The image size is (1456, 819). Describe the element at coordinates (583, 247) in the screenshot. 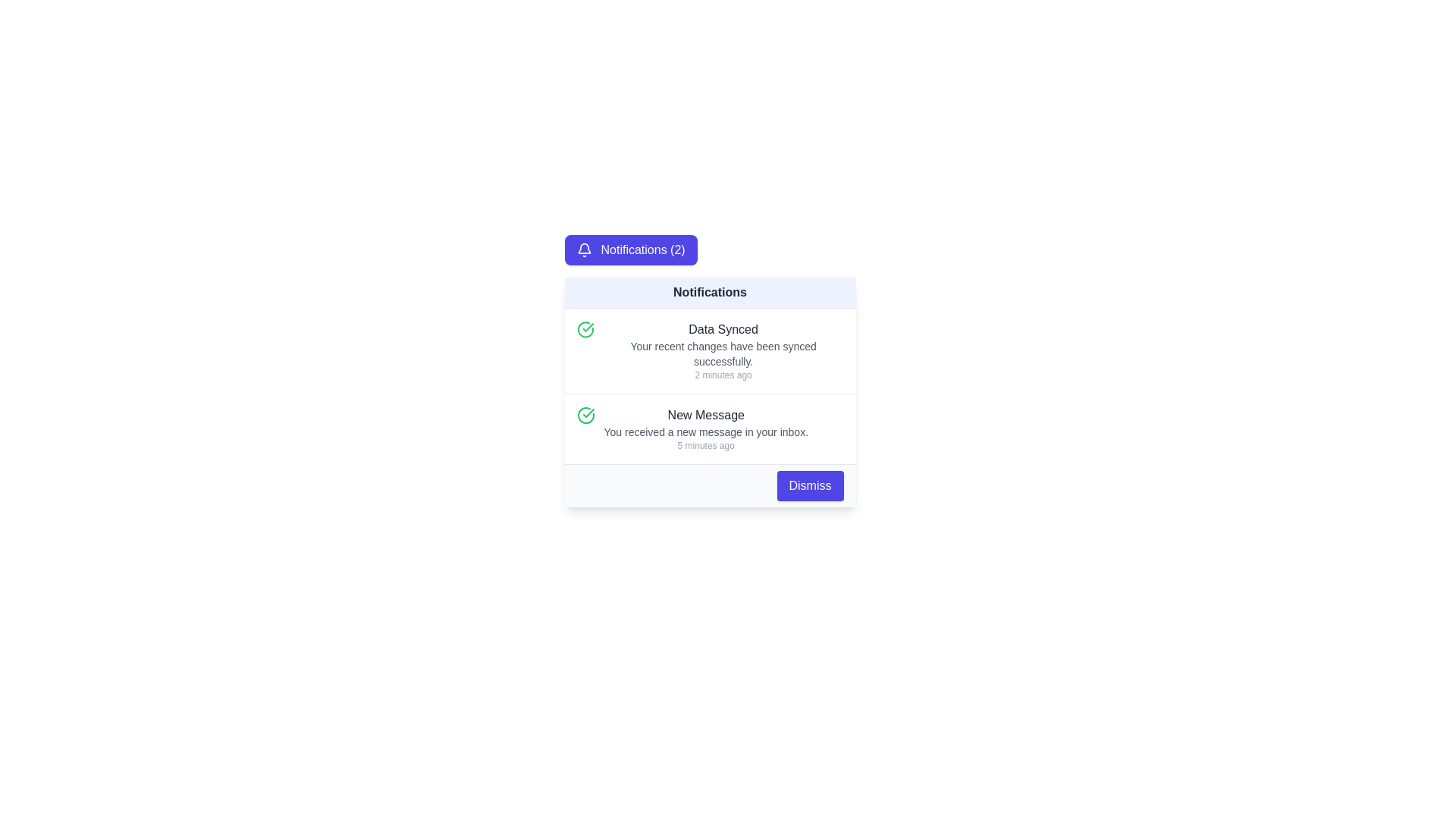

I see `the bell icon in the notification card, which is a blue SVG shape with a top hook-like feature, positioned slightly right and above the center of the notification indicator` at that location.